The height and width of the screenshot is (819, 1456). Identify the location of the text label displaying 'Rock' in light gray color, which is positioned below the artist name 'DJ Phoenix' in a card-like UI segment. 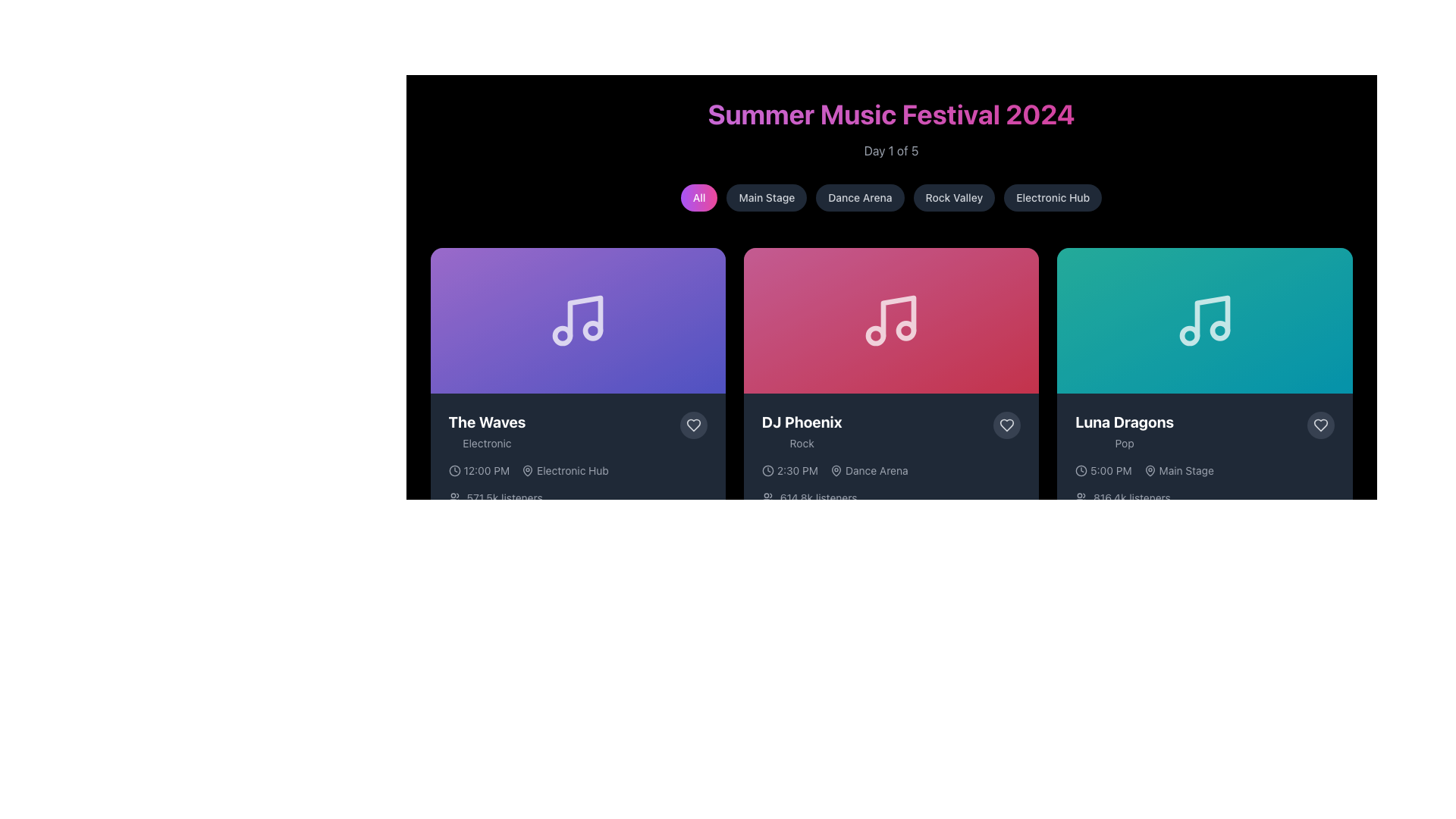
(801, 444).